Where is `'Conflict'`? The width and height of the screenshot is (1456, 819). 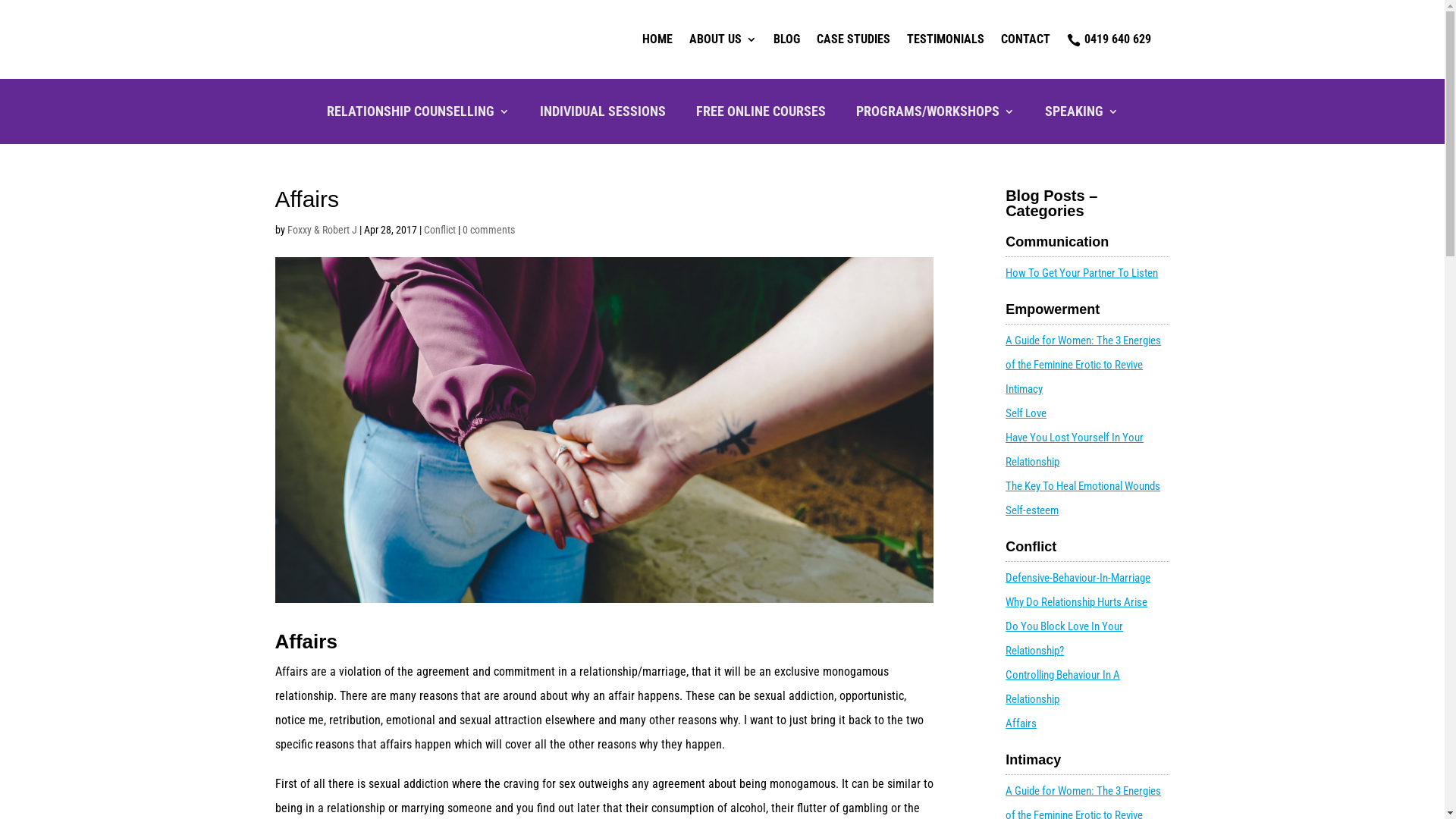 'Conflict' is located at coordinates (438, 230).